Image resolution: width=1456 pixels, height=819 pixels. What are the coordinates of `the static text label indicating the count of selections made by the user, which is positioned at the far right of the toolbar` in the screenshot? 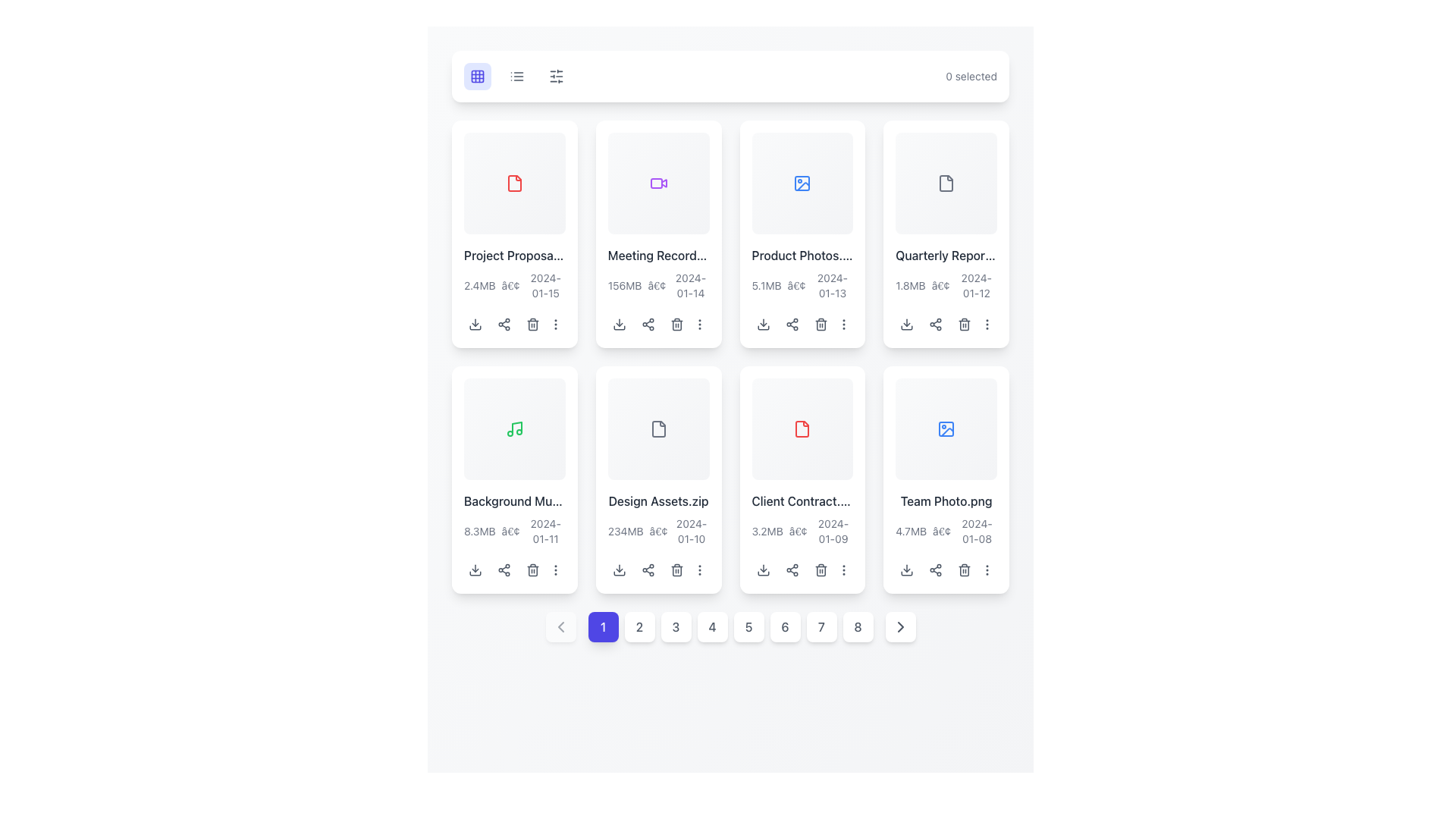 It's located at (971, 76).